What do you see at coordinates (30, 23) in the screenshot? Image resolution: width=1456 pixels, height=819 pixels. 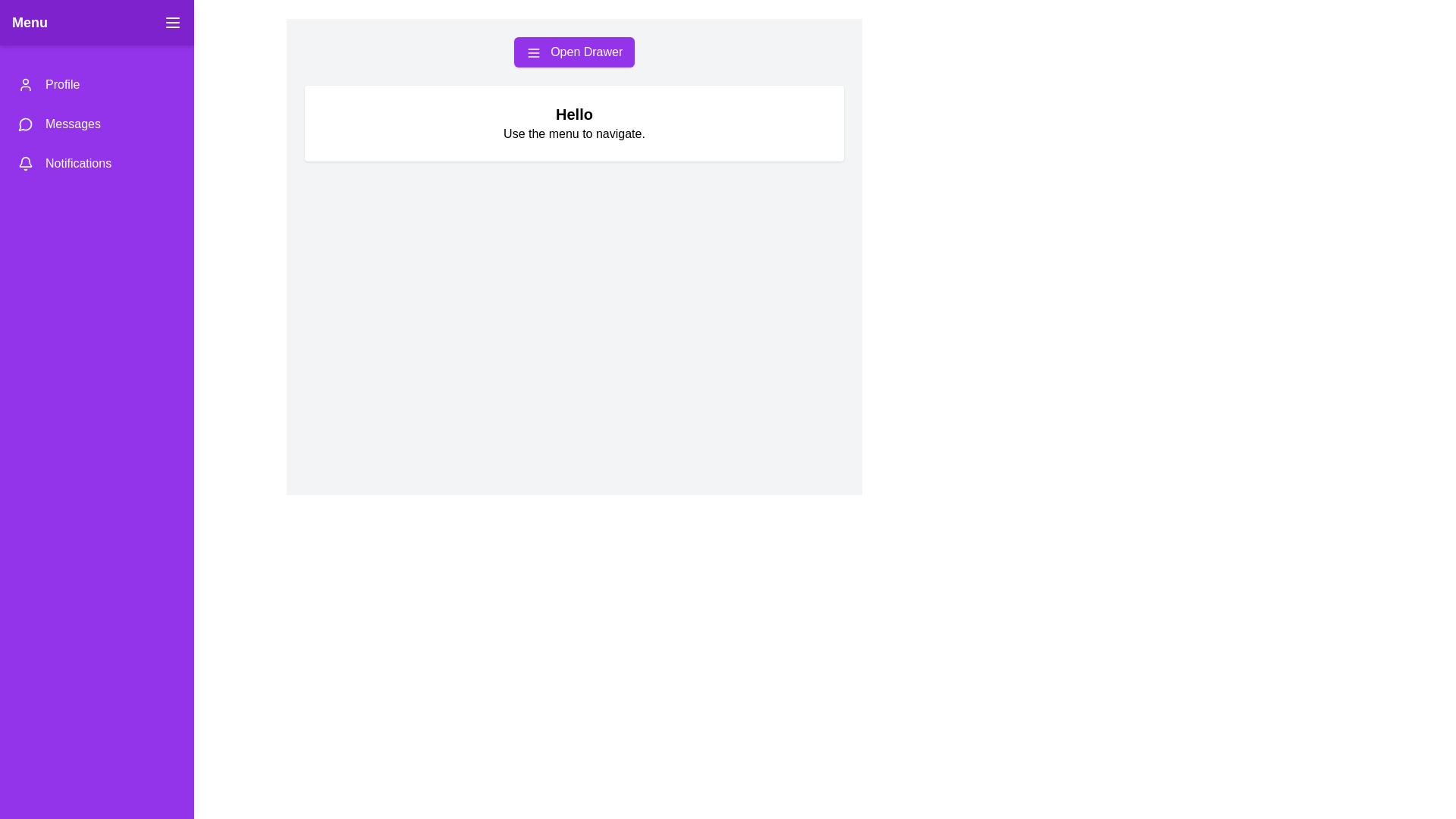 I see `the 'Menu' text, which is displayed in a bold white font on the top-left corner of a horizontal purple menu bar` at bounding box center [30, 23].